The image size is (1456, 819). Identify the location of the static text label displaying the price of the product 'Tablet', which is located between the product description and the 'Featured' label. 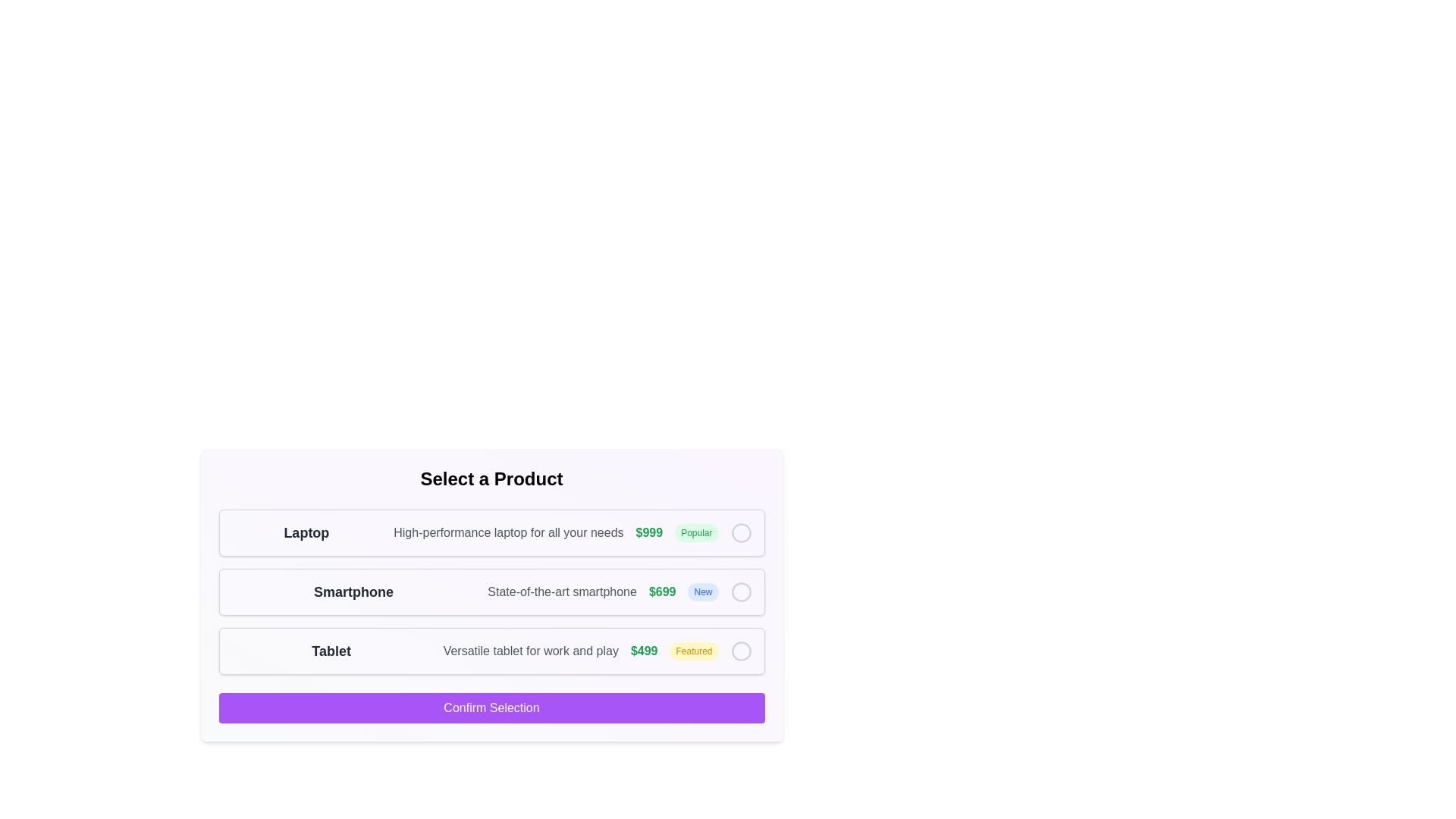
(644, 651).